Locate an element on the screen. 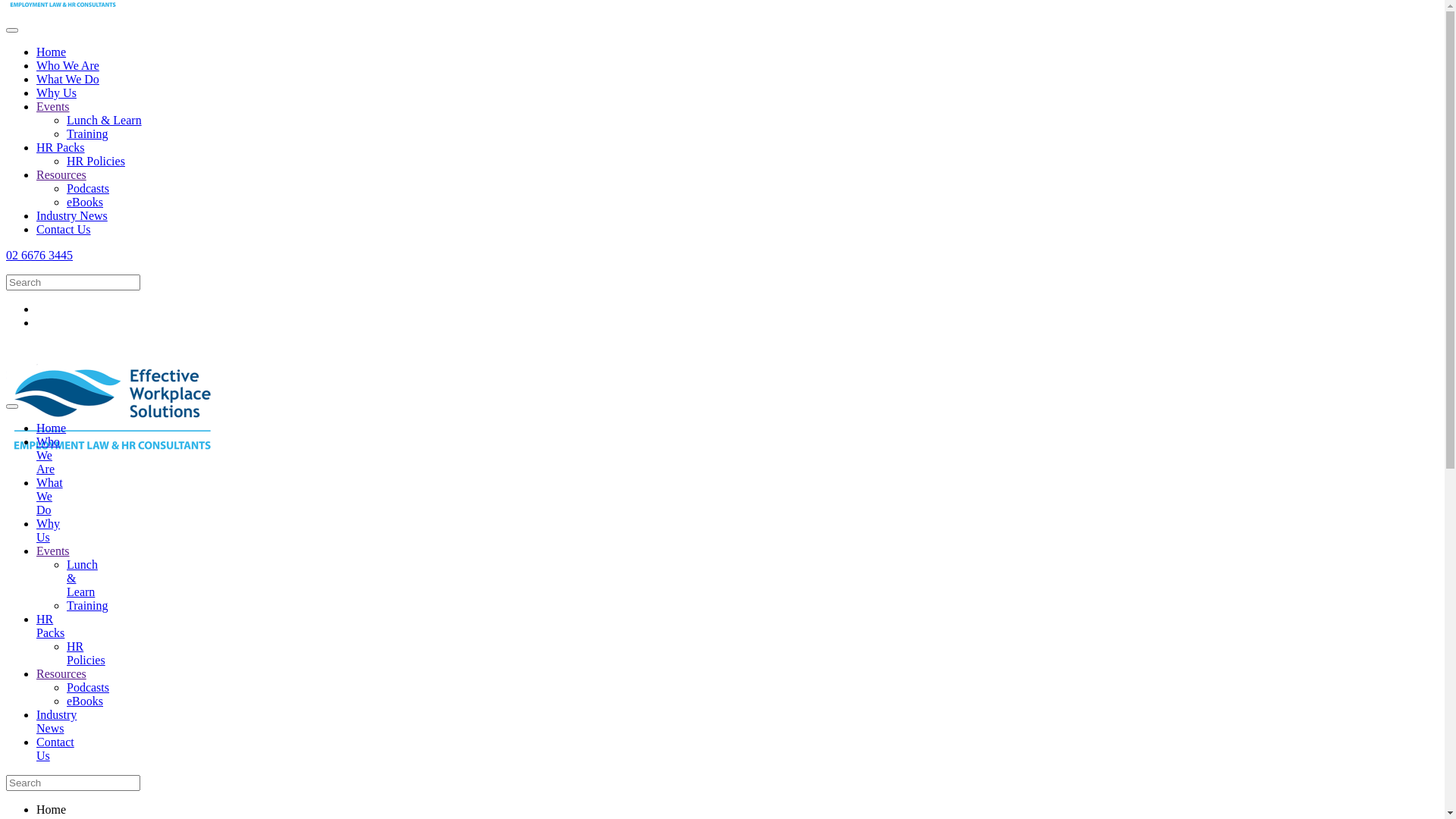 The width and height of the screenshot is (1456, 819). 'Resources' is located at coordinates (61, 174).